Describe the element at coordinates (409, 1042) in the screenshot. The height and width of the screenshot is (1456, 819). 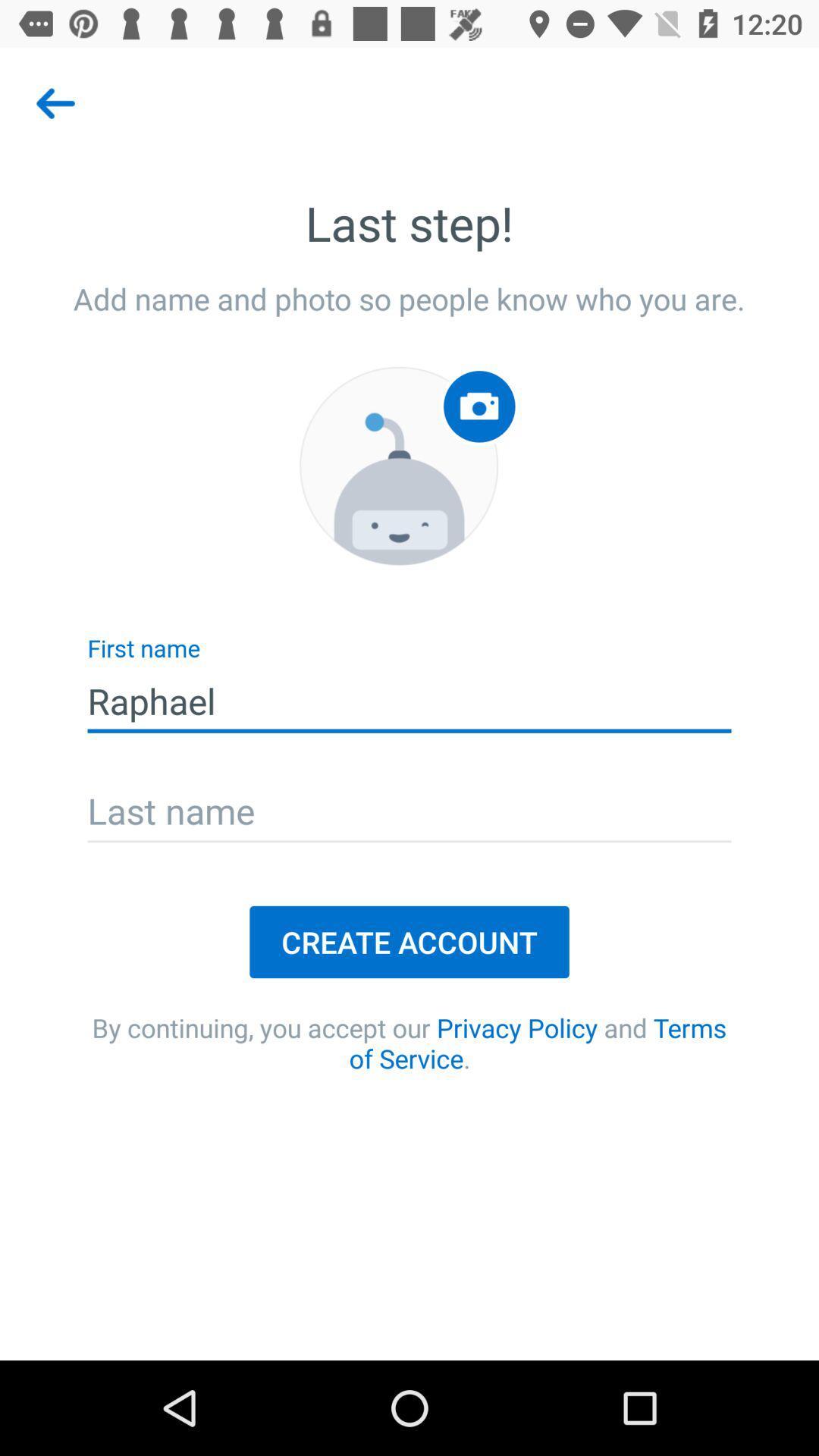
I see `item below the create account icon` at that location.